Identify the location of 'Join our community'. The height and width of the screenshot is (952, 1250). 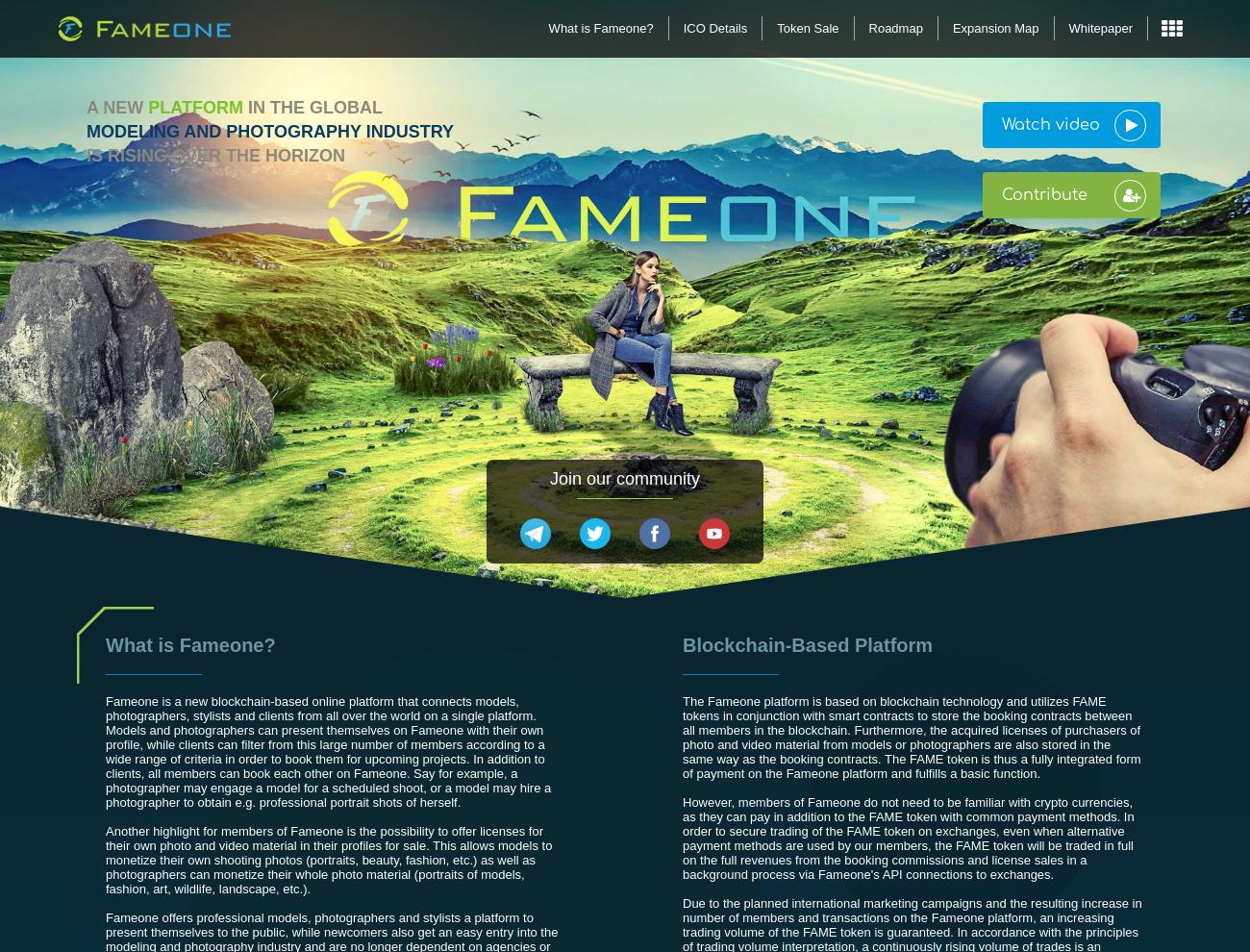
(624, 477).